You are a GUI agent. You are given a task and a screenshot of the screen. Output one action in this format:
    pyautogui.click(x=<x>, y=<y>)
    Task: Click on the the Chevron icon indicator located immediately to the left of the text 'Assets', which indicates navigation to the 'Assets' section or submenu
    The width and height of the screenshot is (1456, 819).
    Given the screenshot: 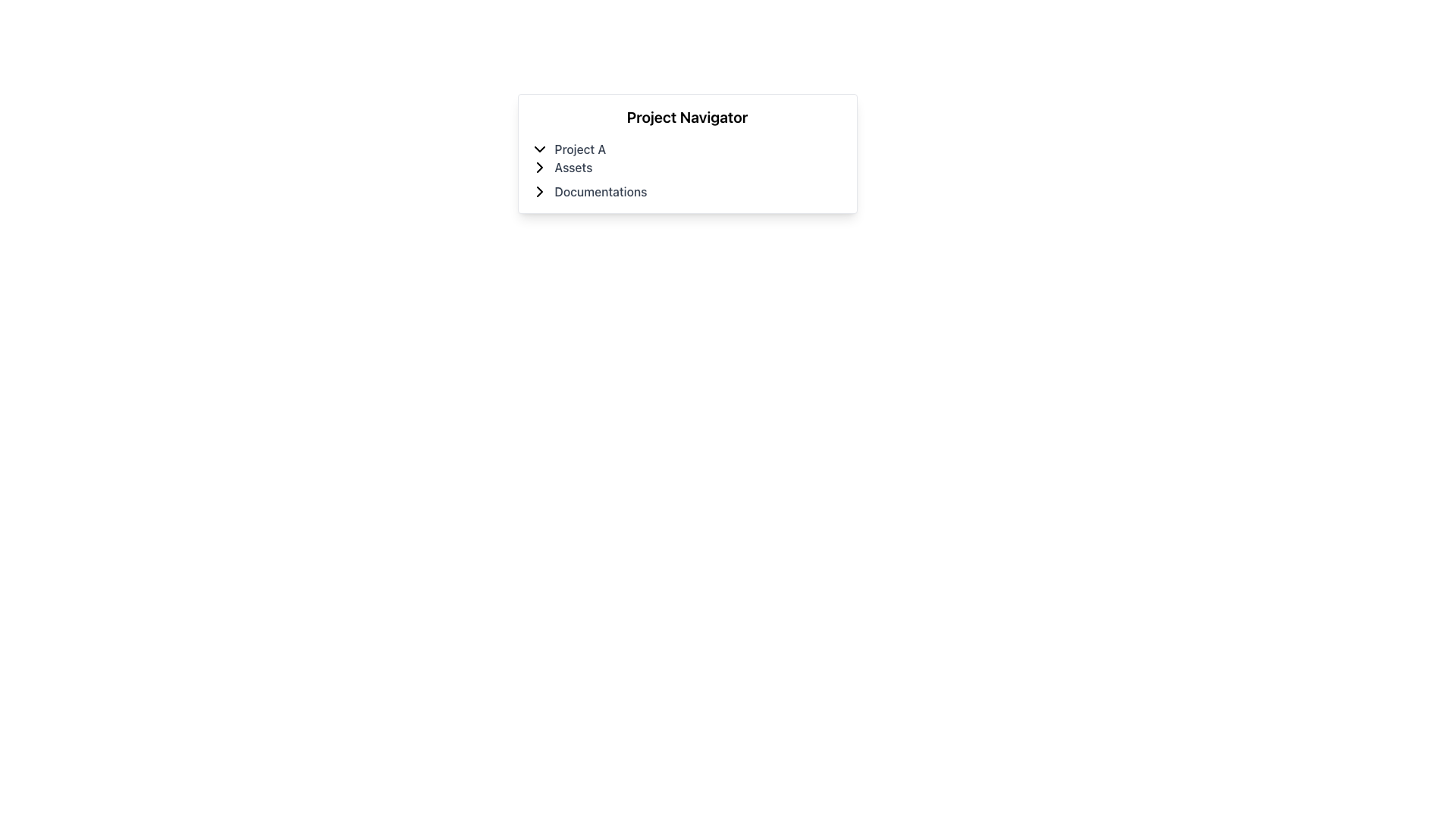 What is the action you would take?
    pyautogui.click(x=539, y=167)
    